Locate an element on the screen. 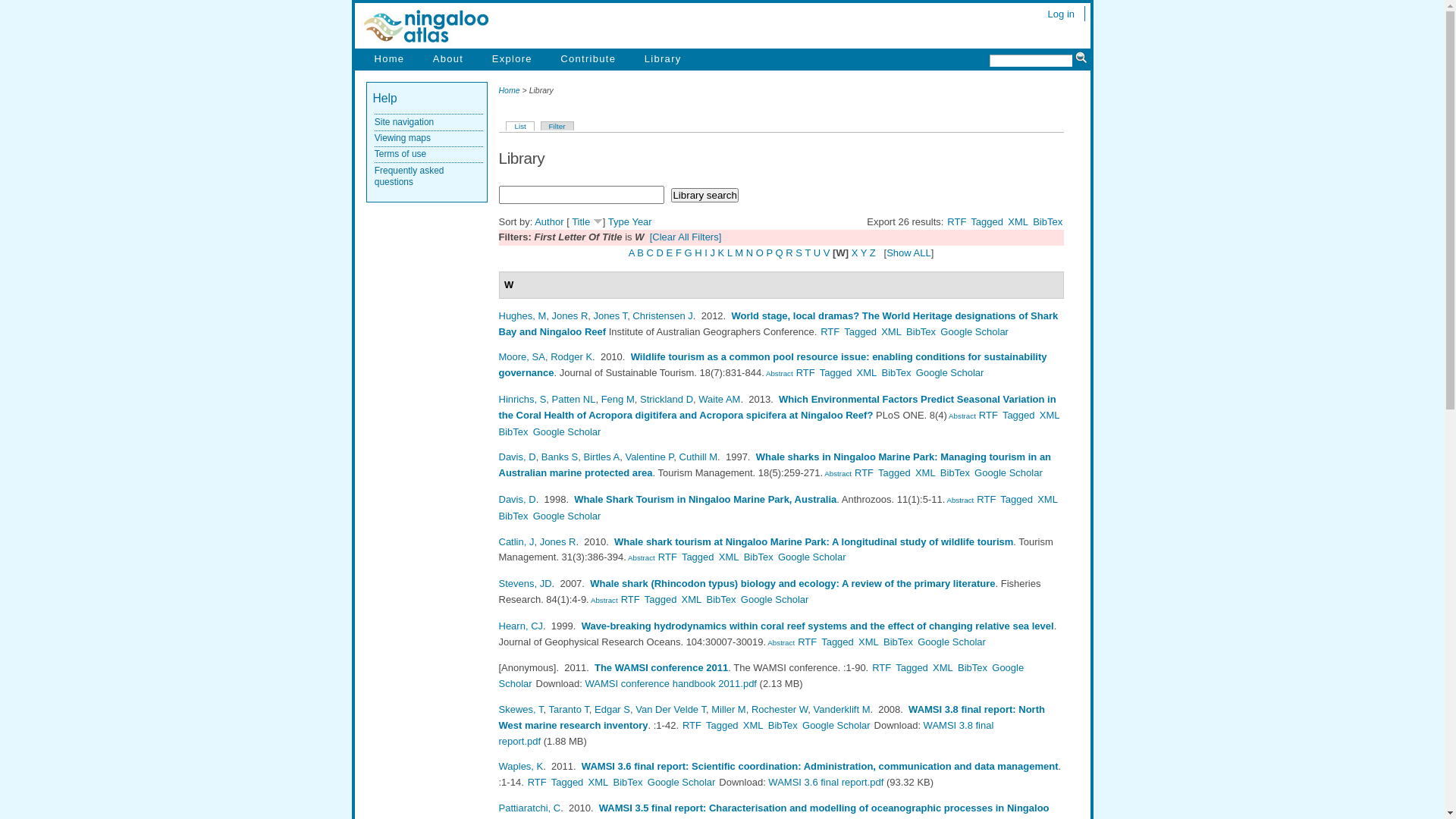 This screenshot has width=1456, height=819. 'B' is located at coordinates (637, 252).